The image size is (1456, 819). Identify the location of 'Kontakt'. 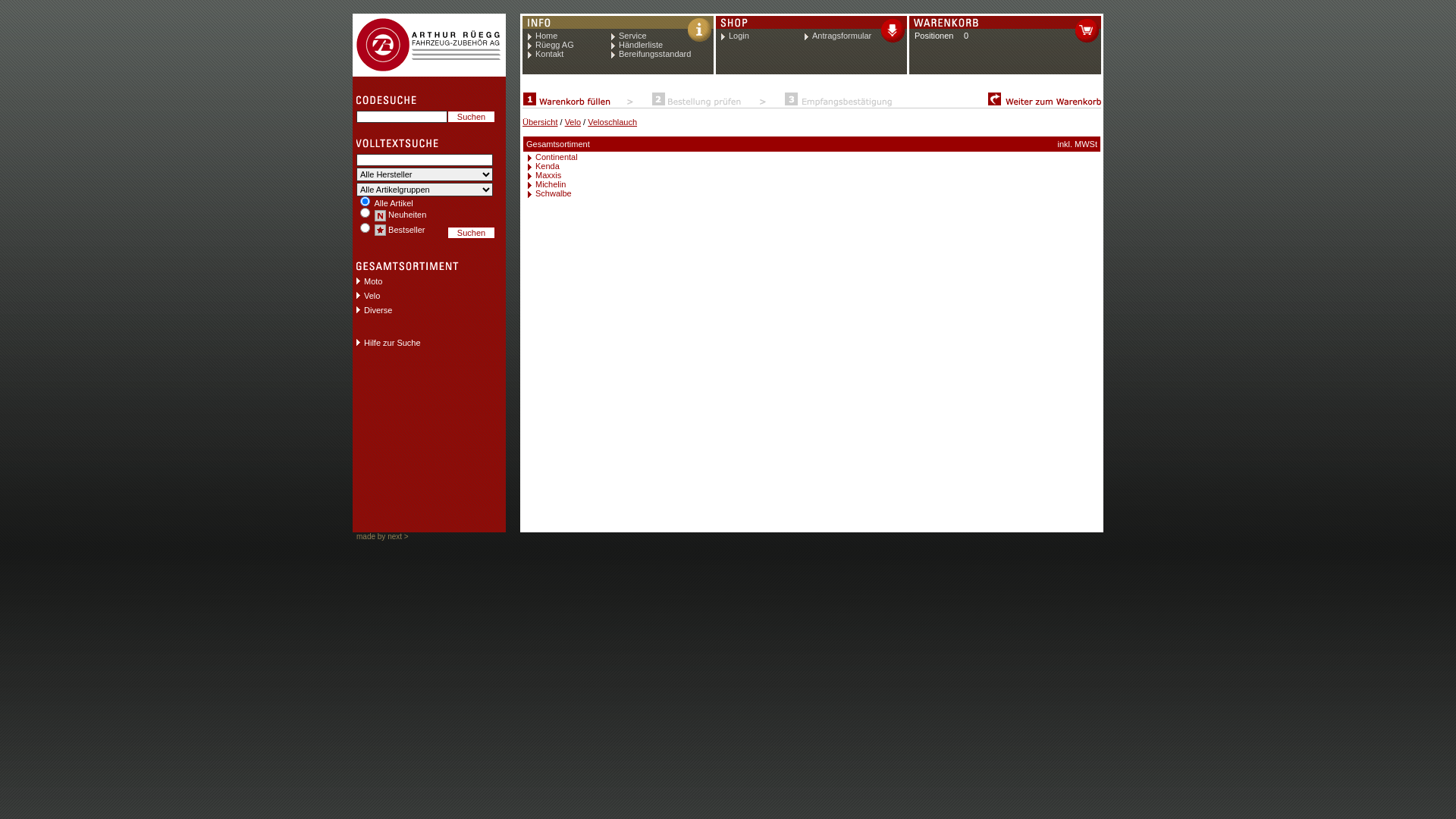
(568, 52).